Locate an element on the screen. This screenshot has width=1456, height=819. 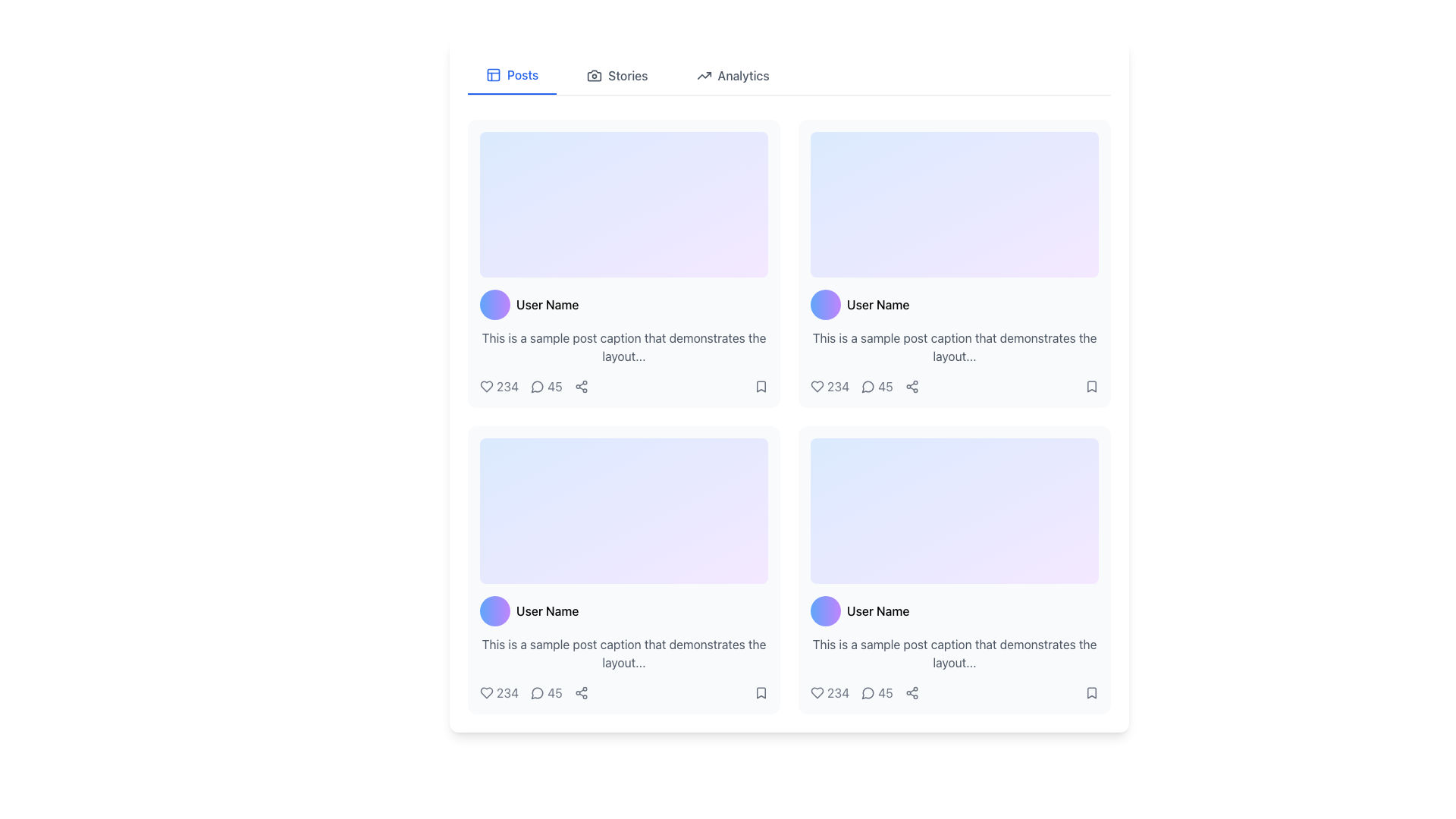
the Text Label displaying the total 'likes' or 'favorites' associated with a post in the bottom-right card of the interactive cluster is located at coordinates (829, 693).